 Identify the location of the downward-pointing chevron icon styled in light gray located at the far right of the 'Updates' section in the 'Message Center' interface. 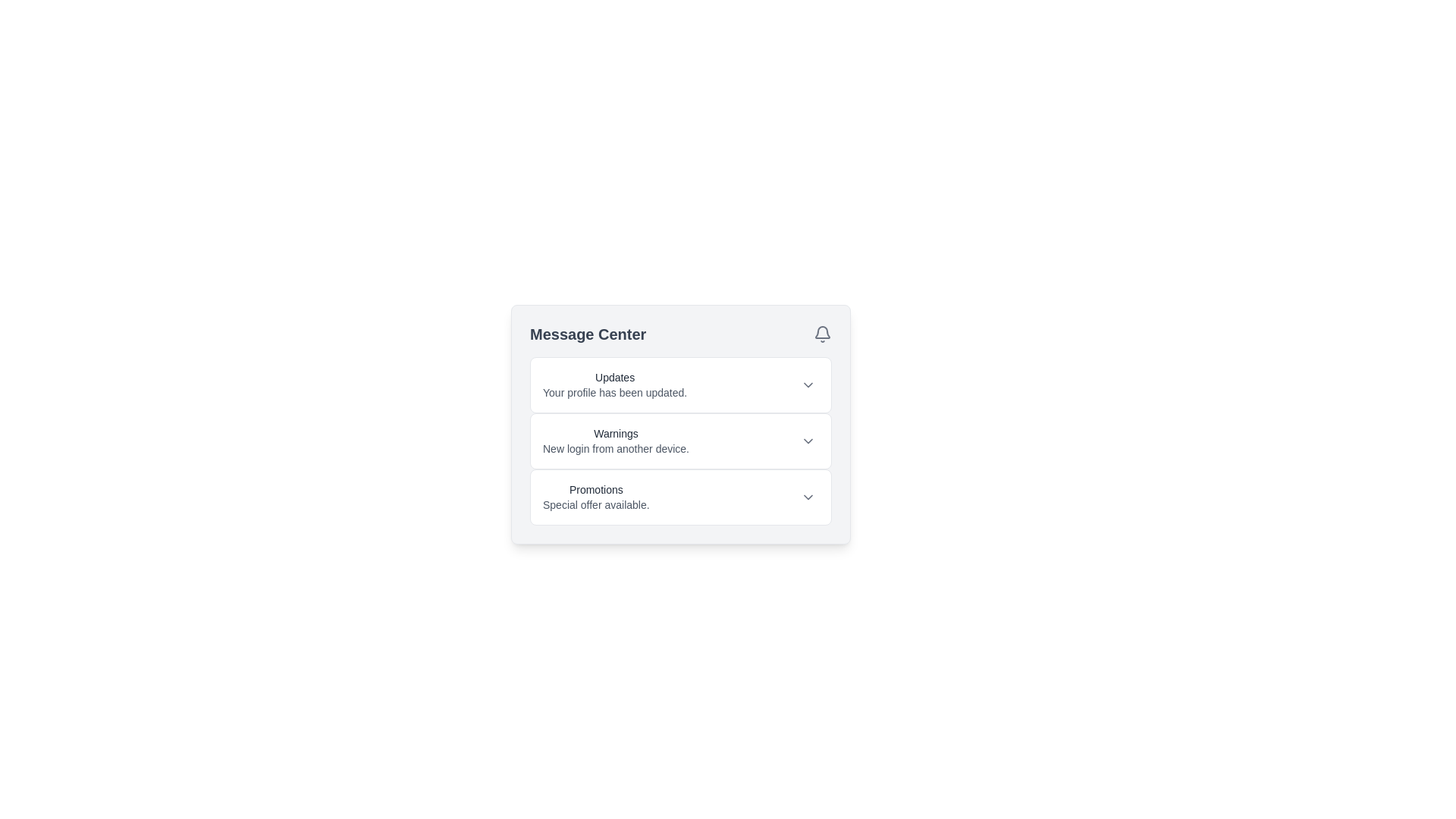
(807, 384).